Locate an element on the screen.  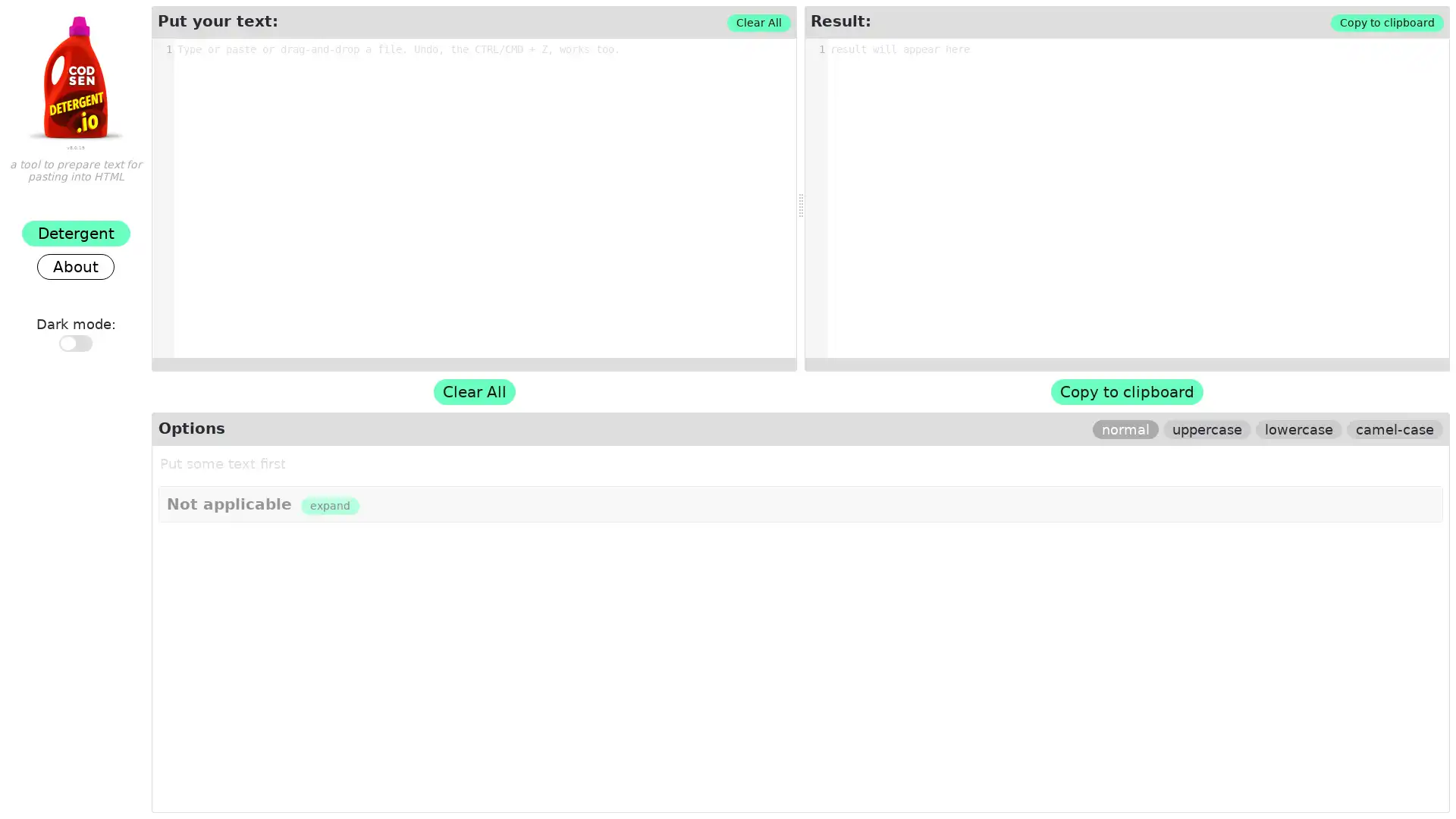
Clear All is located at coordinates (759, 23).